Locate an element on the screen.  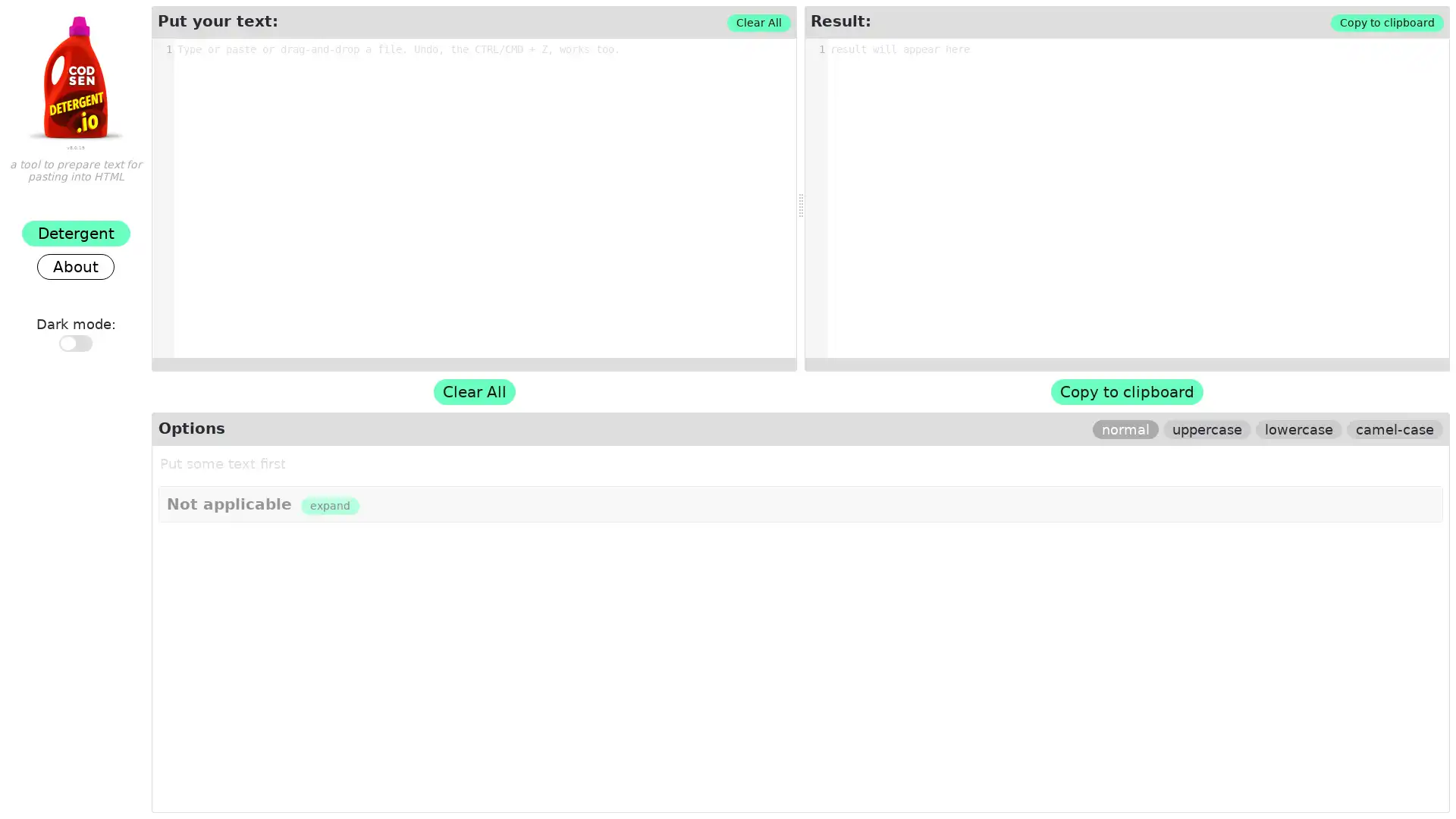
Clear All is located at coordinates (759, 23).